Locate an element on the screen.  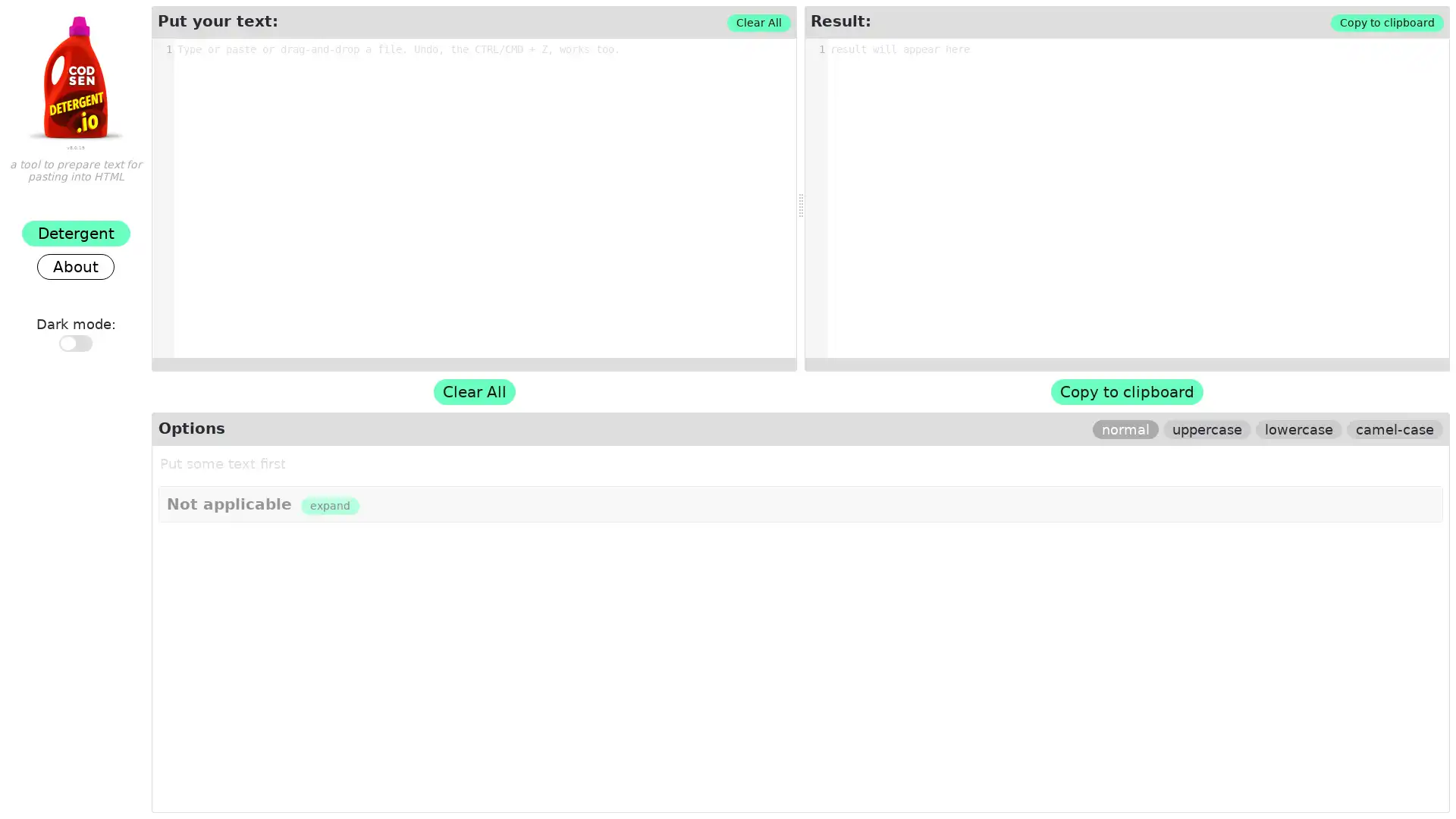
Clear All is located at coordinates (759, 23).